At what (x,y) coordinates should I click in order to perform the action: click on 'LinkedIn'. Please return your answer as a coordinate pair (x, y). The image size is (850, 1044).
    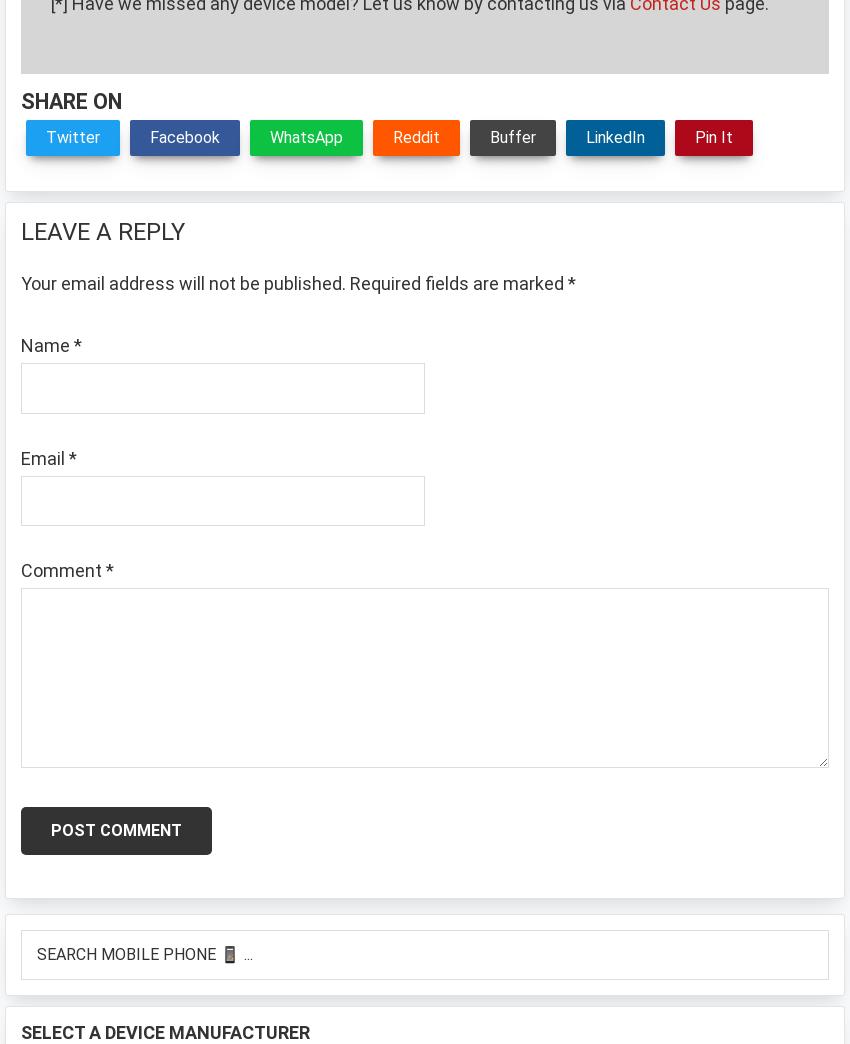
    Looking at the image, I should click on (585, 135).